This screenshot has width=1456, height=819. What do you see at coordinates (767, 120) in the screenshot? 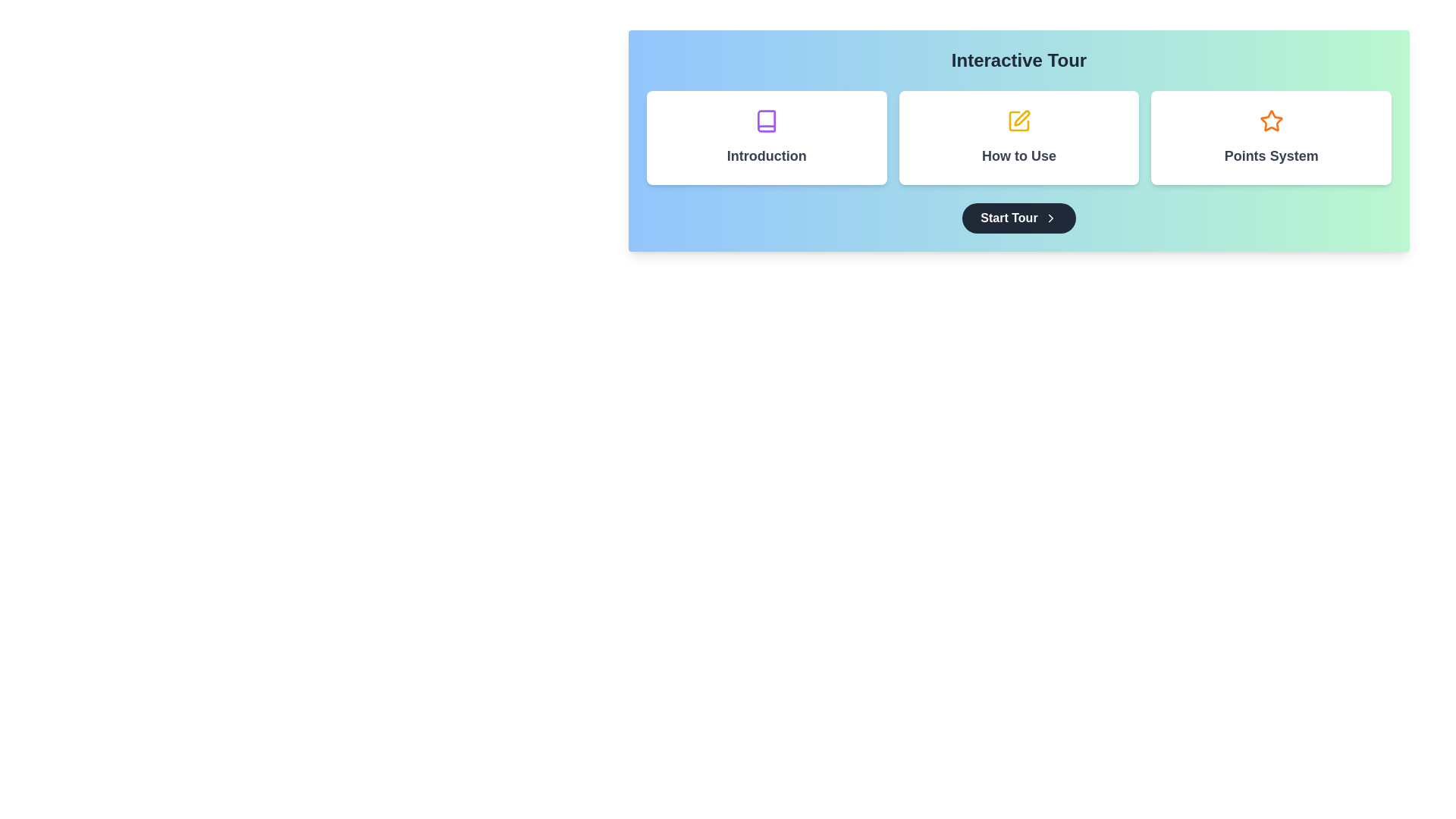
I see `purple segment of the book icon located in the leftmost 'Introduction' card within the 'Interactive Tour' header section` at bounding box center [767, 120].